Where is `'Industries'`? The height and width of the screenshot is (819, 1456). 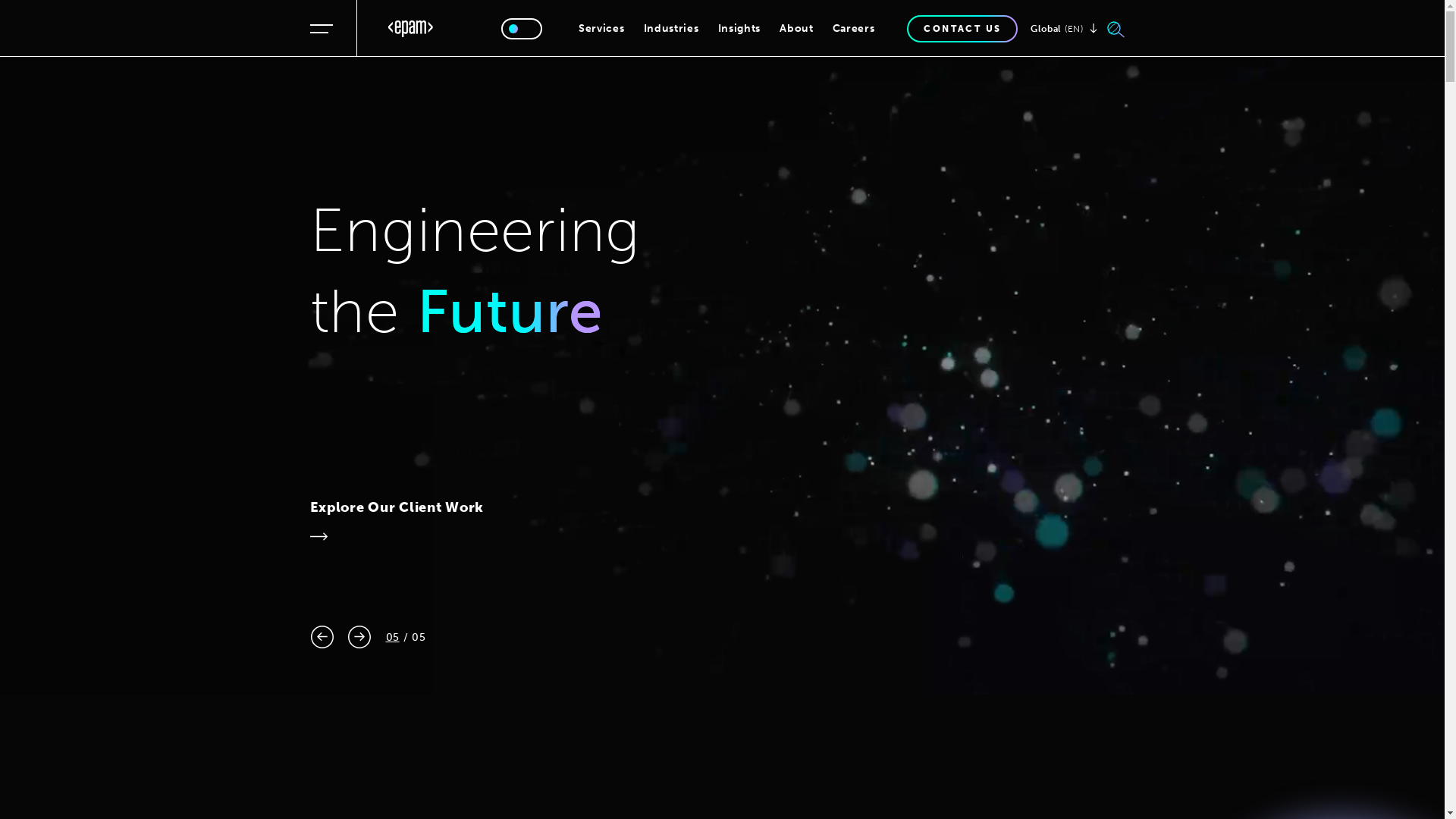
'Industries' is located at coordinates (670, 28).